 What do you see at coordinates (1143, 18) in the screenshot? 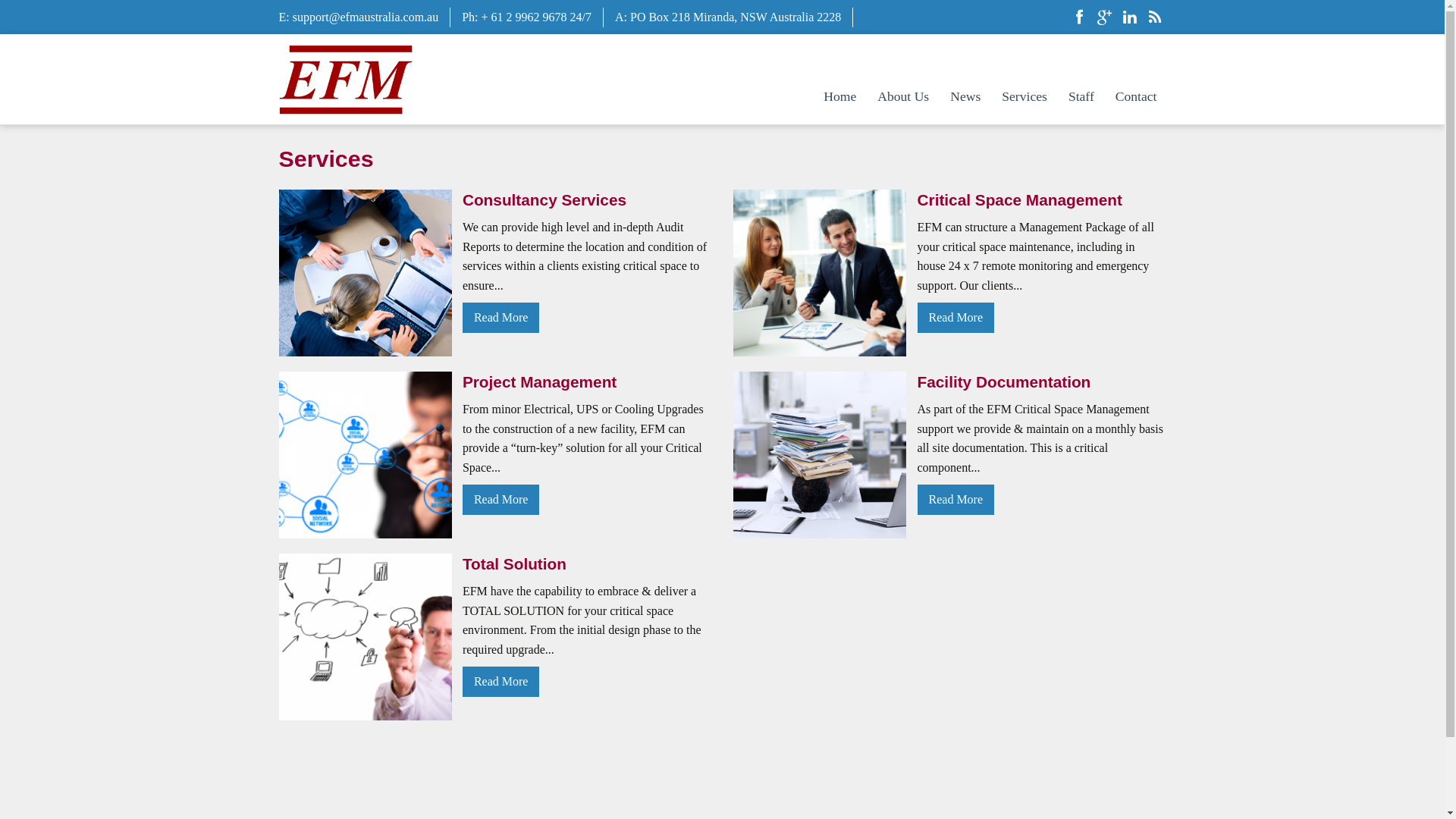
I see `'Read Our RSS Feed'` at bounding box center [1143, 18].